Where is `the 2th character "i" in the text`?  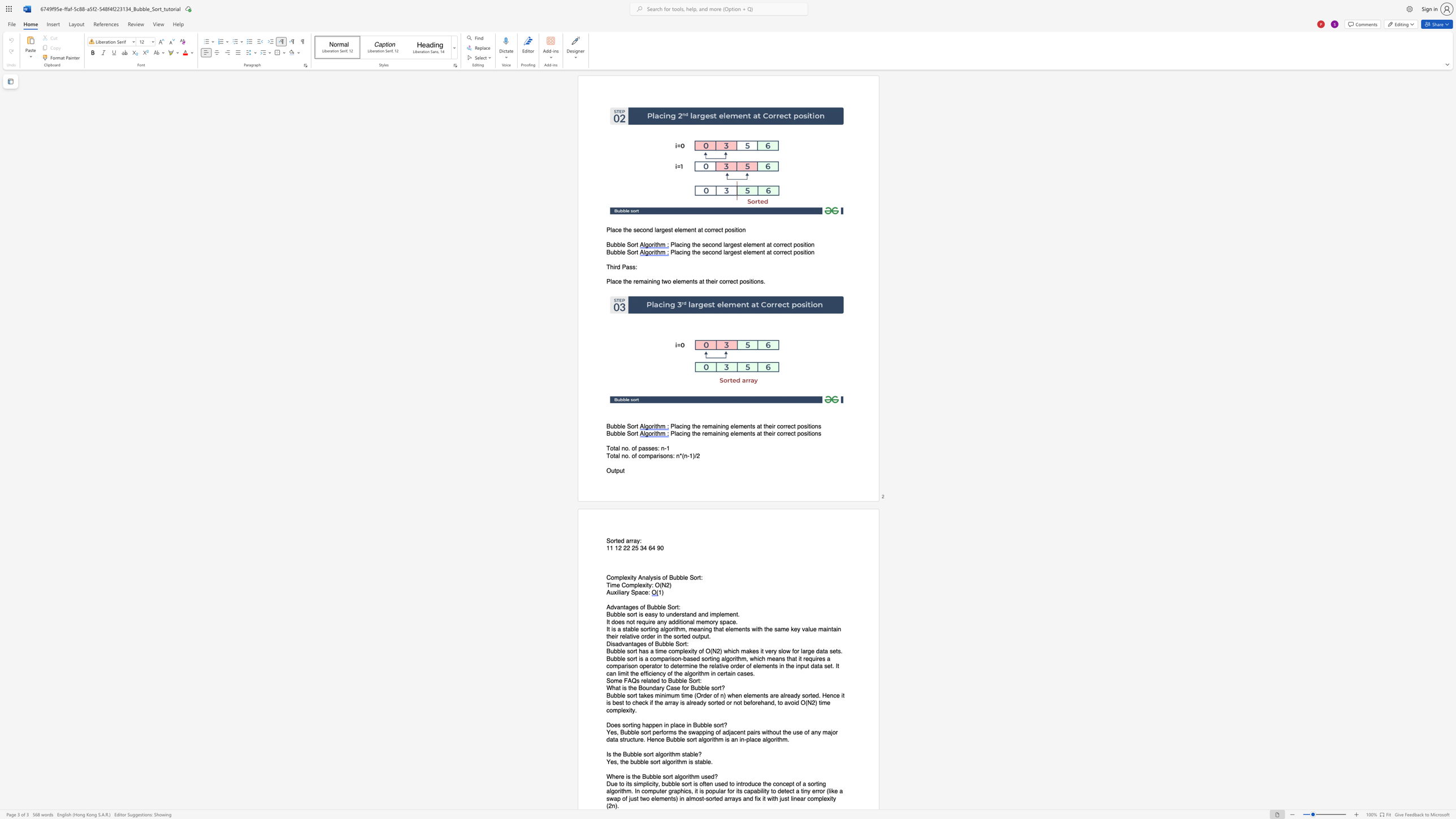 the 2th character "i" in the text is located at coordinates (637, 784).